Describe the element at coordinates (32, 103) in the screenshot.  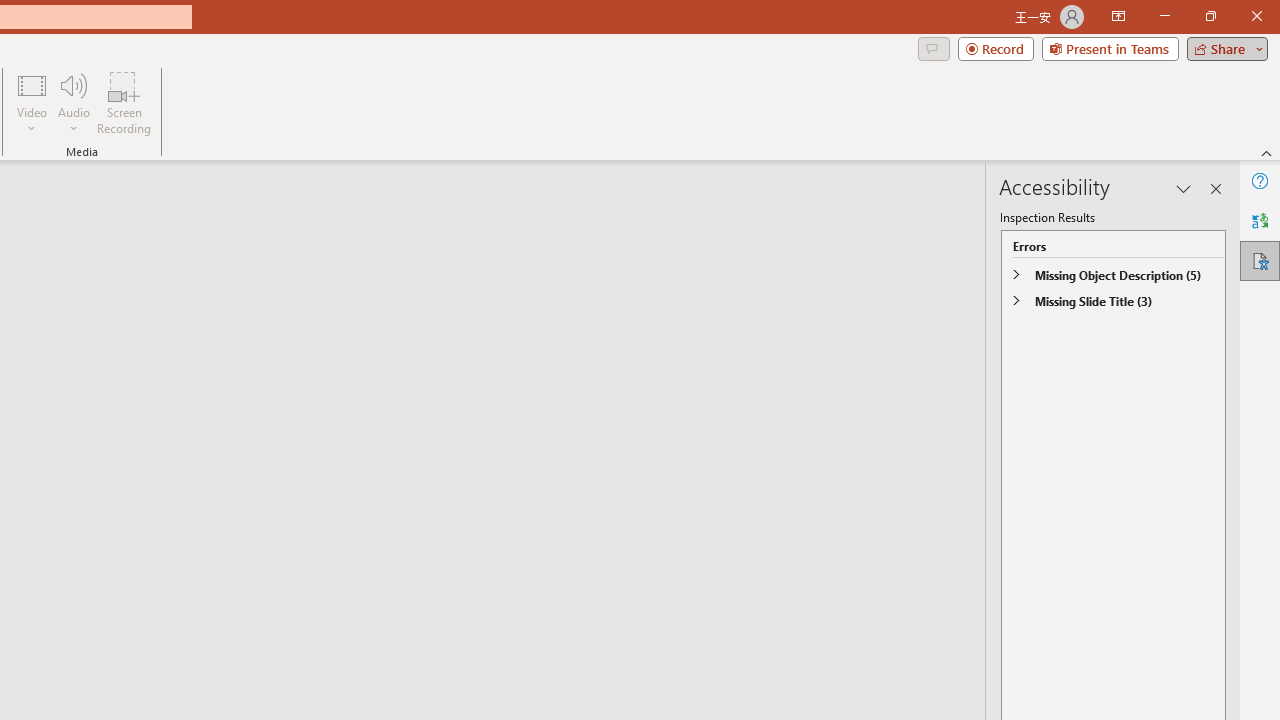
I see `'Video'` at that location.